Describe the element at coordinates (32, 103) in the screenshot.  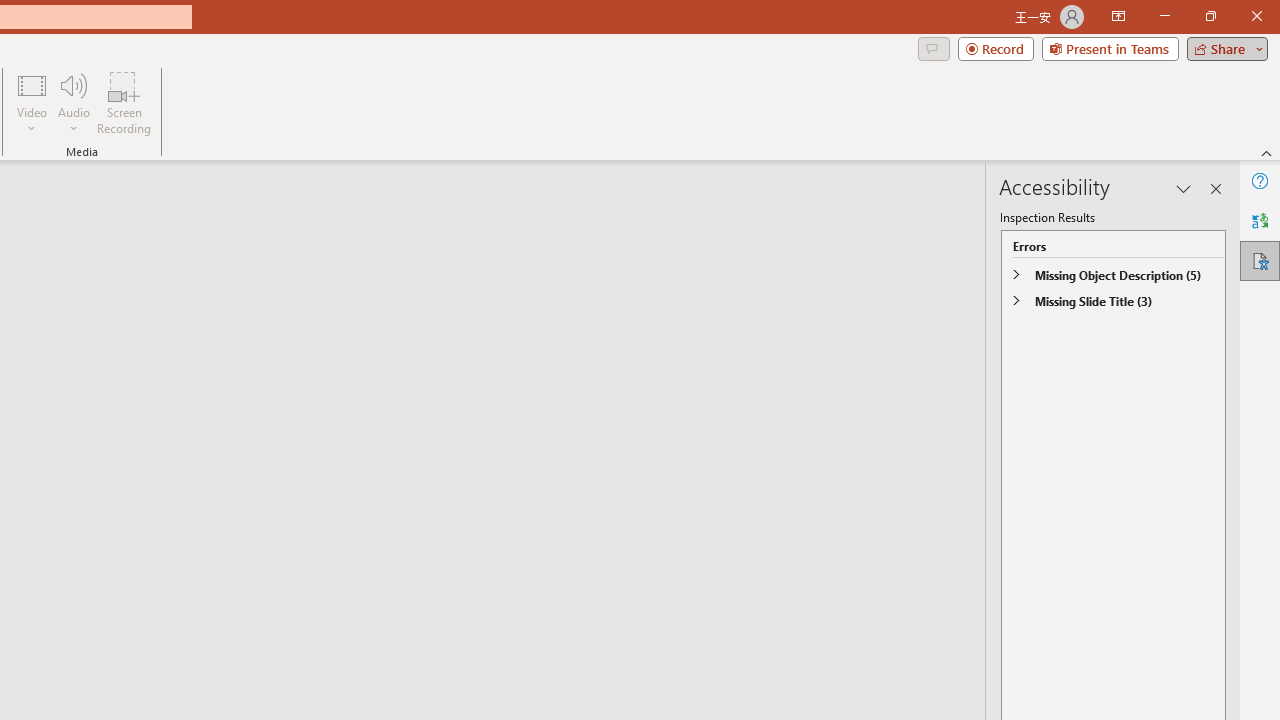
I see `'Video'` at that location.